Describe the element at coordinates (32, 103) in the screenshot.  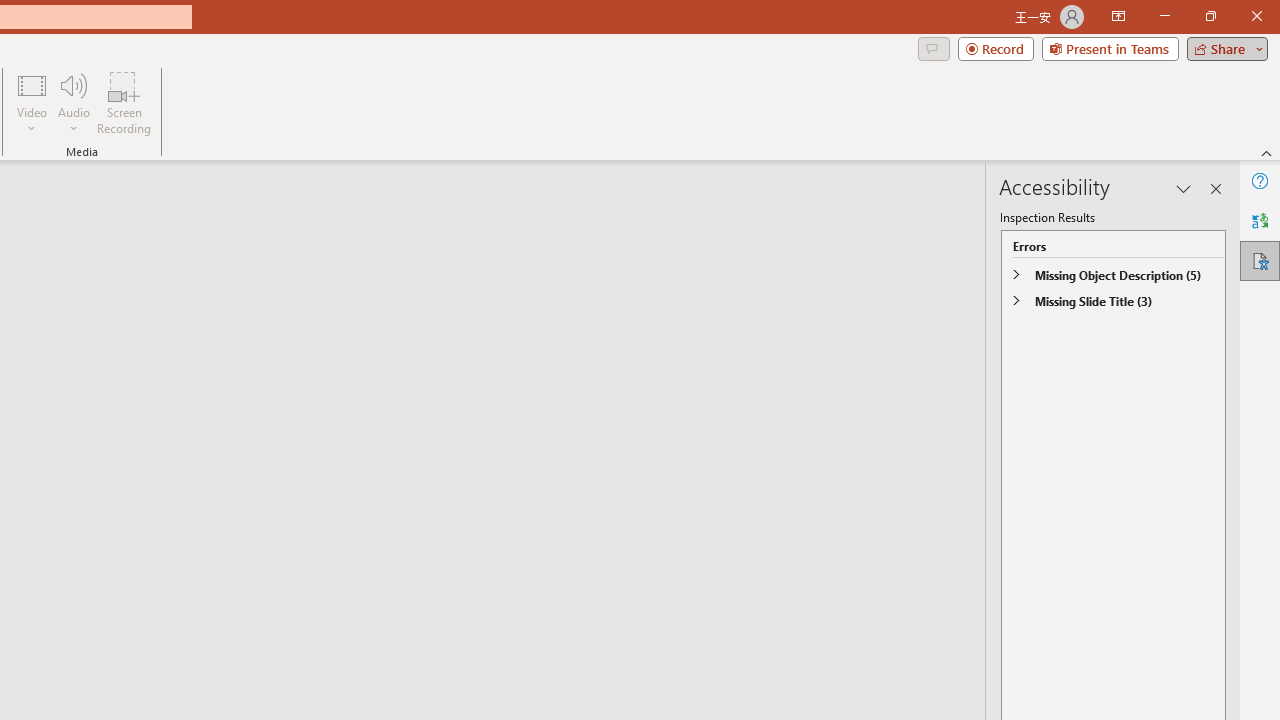
I see `'Video'` at that location.